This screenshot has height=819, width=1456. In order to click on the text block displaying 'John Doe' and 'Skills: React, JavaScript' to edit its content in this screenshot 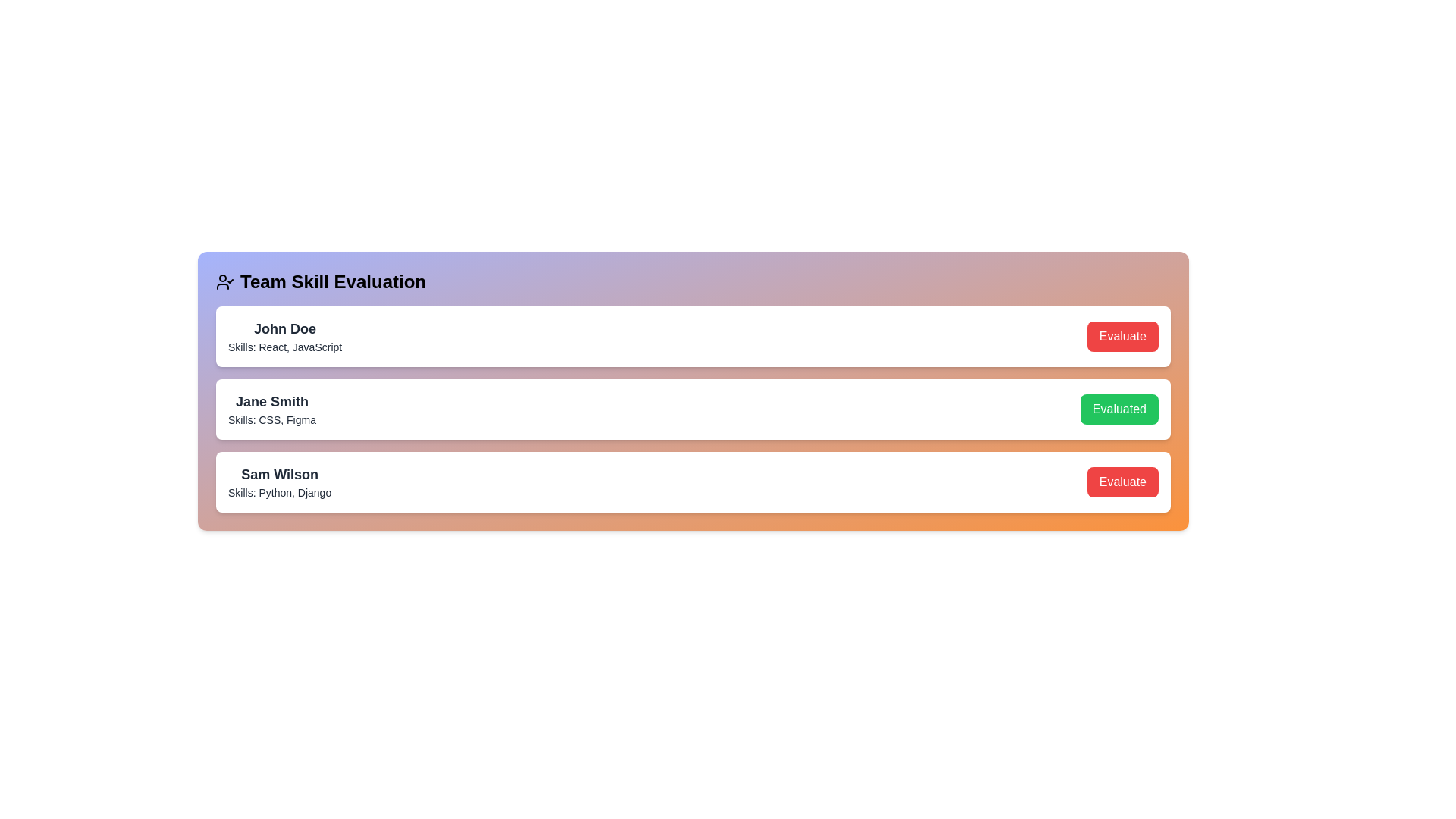, I will do `click(285, 335)`.